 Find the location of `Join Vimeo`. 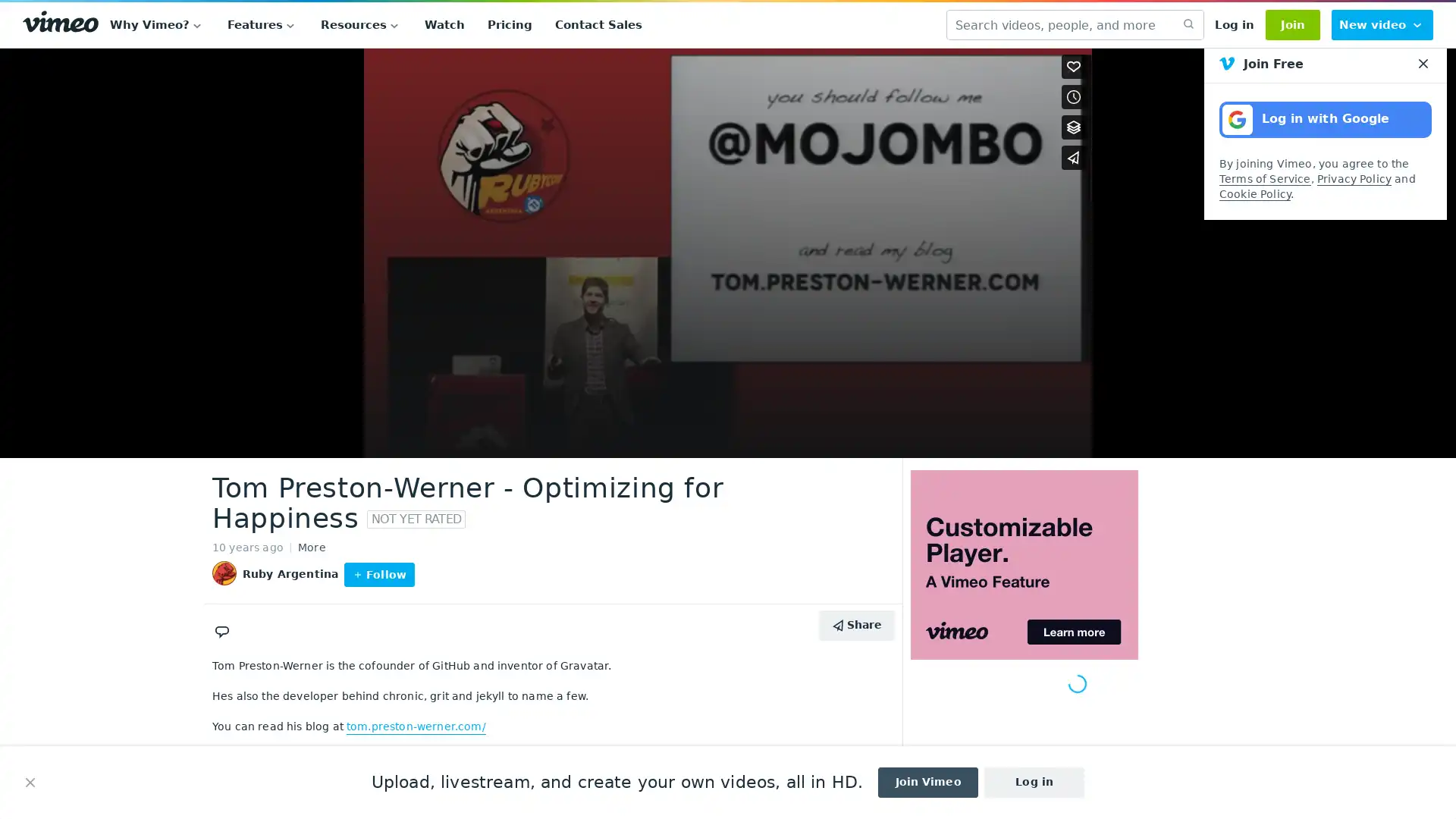

Join Vimeo is located at coordinates (927, 783).